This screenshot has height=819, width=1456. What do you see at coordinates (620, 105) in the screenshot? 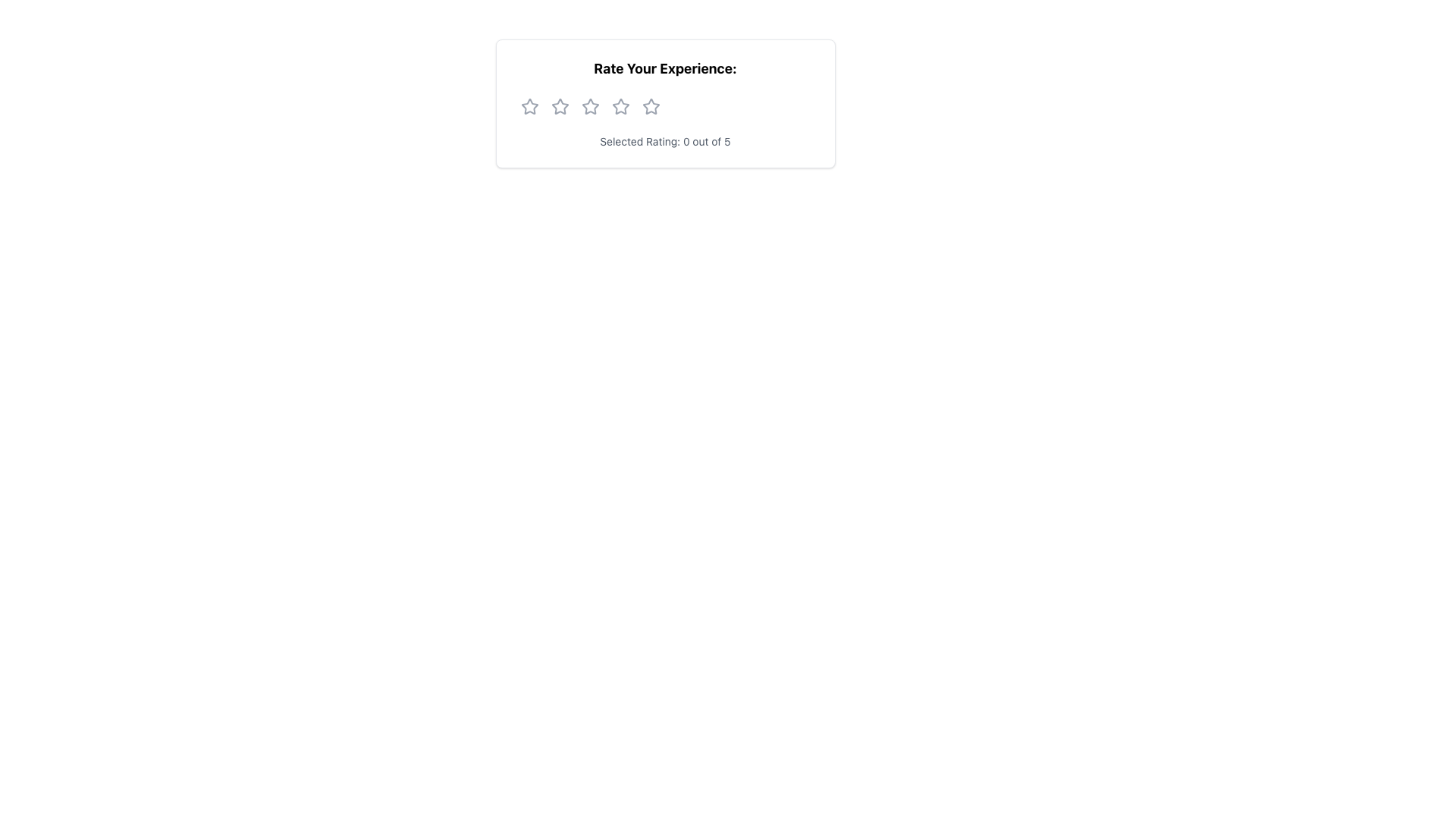
I see `the third star in the horizontal row of five stars used for a rating system` at bounding box center [620, 105].